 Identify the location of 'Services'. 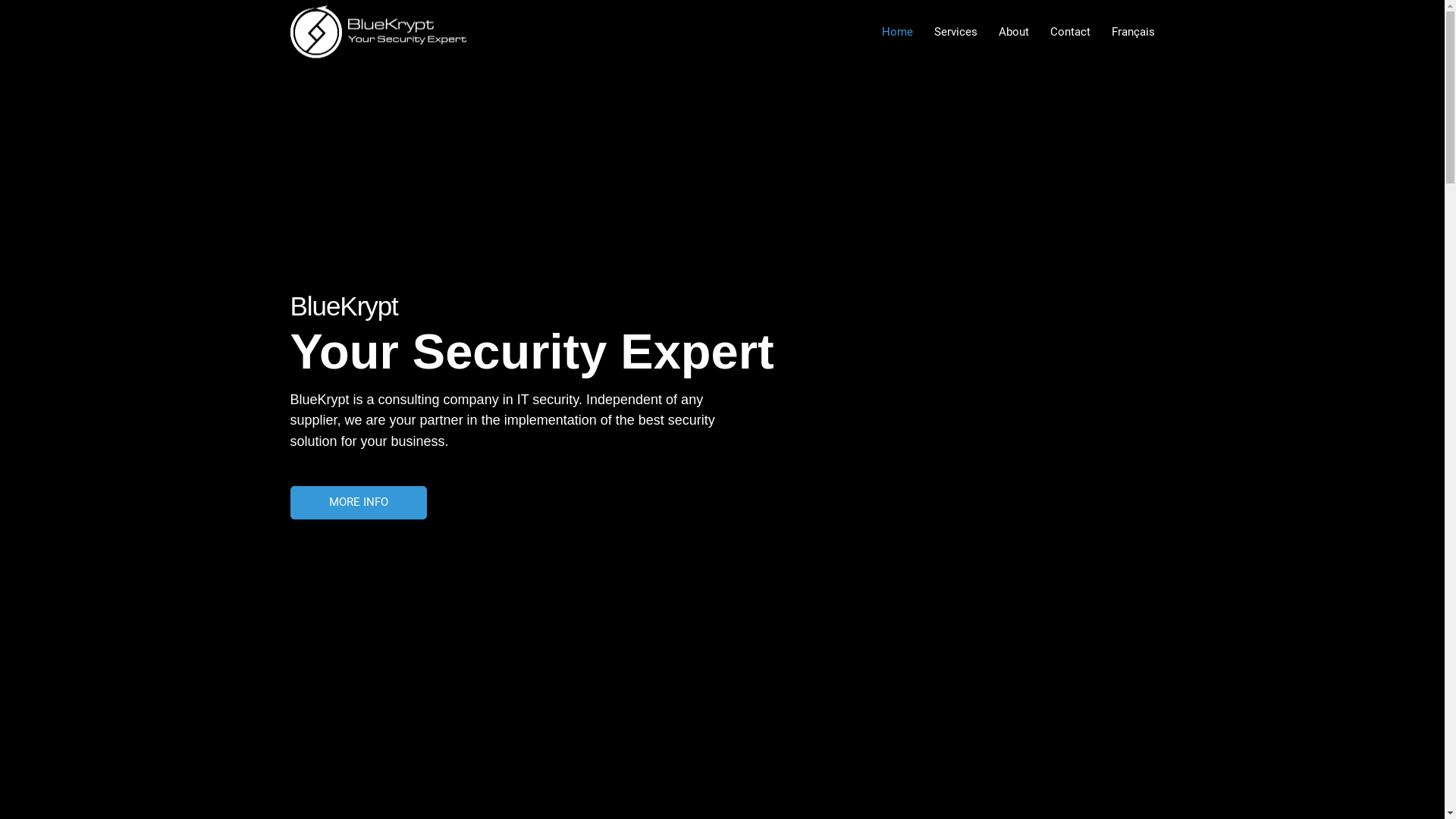
(923, 32).